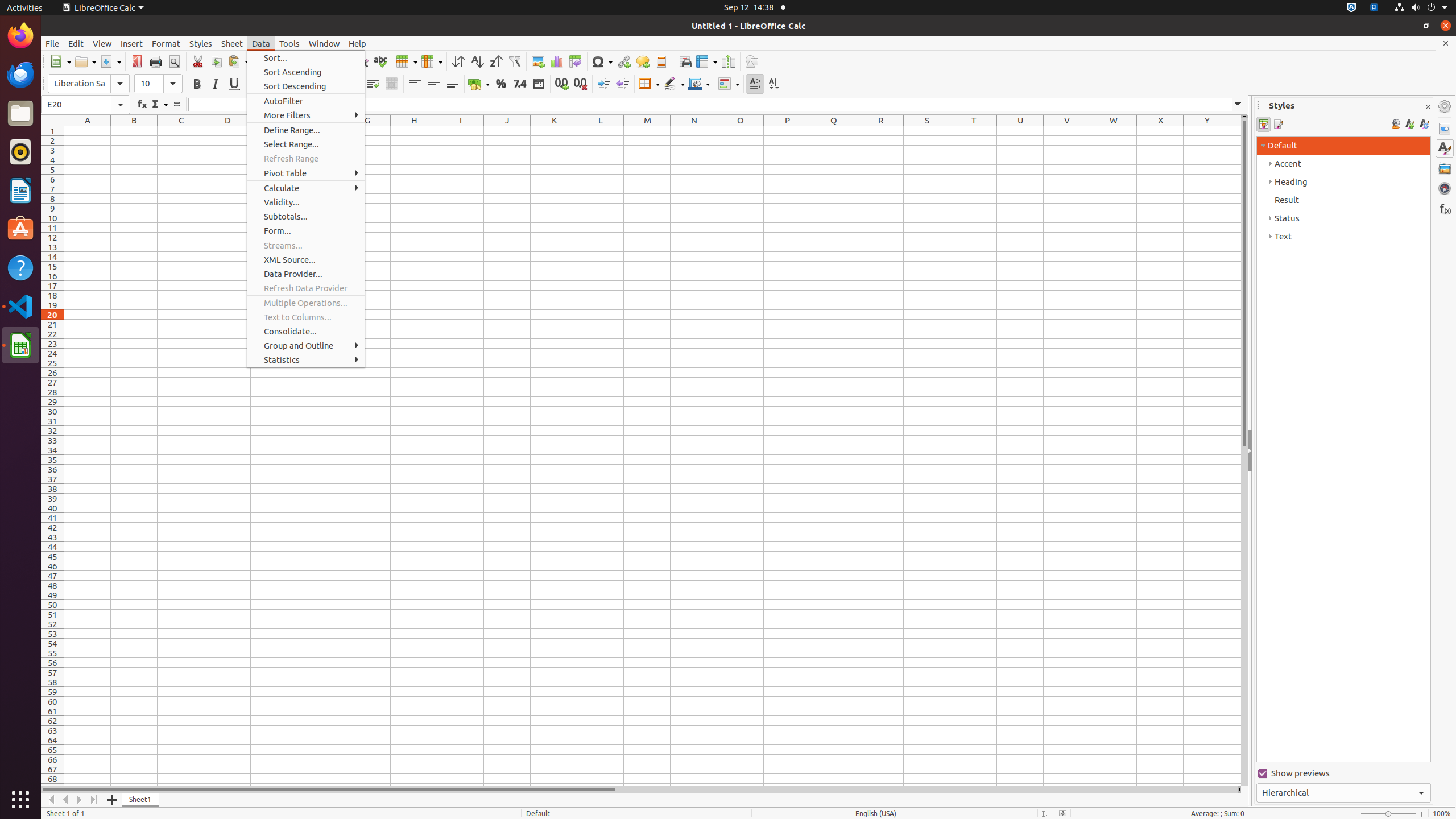 The width and height of the screenshot is (1456, 819). What do you see at coordinates (622, 83) in the screenshot?
I see `'Decrease'` at bounding box center [622, 83].